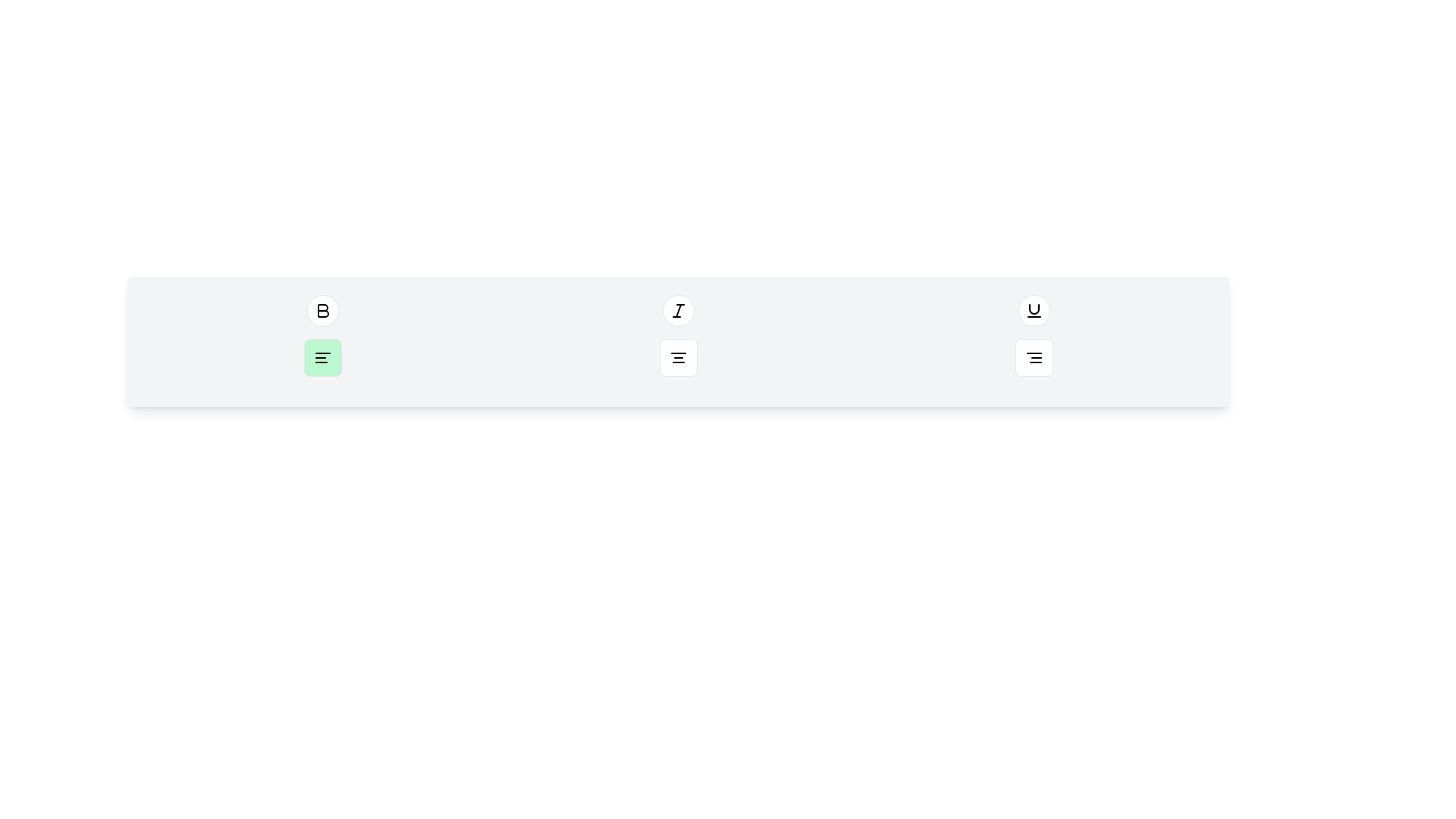  Describe the element at coordinates (322, 357) in the screenshot. I see `the icon displaying three horizontal lines, which is located centrally within a light green square button` at that location.